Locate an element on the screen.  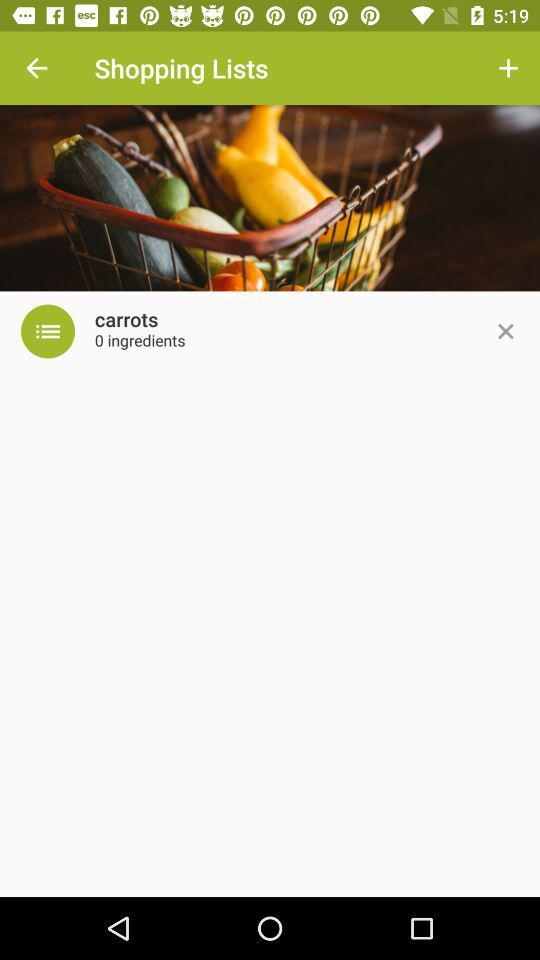
close is located at coordinates (504, 331).